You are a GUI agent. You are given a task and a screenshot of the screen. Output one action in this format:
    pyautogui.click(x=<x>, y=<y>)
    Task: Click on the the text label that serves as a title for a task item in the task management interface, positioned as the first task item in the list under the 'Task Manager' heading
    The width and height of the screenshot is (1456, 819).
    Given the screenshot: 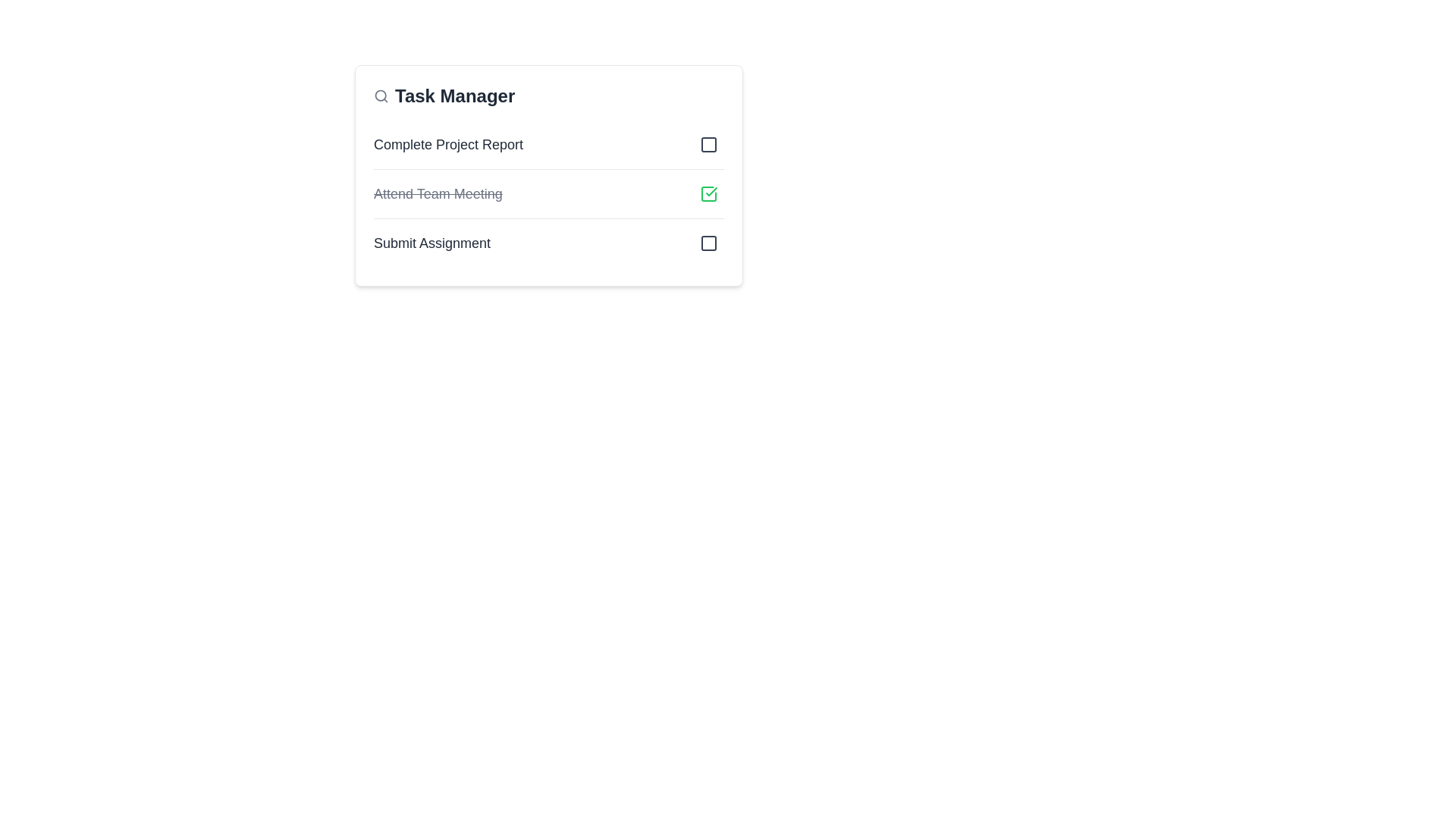 What is the action you would take?
    pyautogui.click(x=447, y=145)
    